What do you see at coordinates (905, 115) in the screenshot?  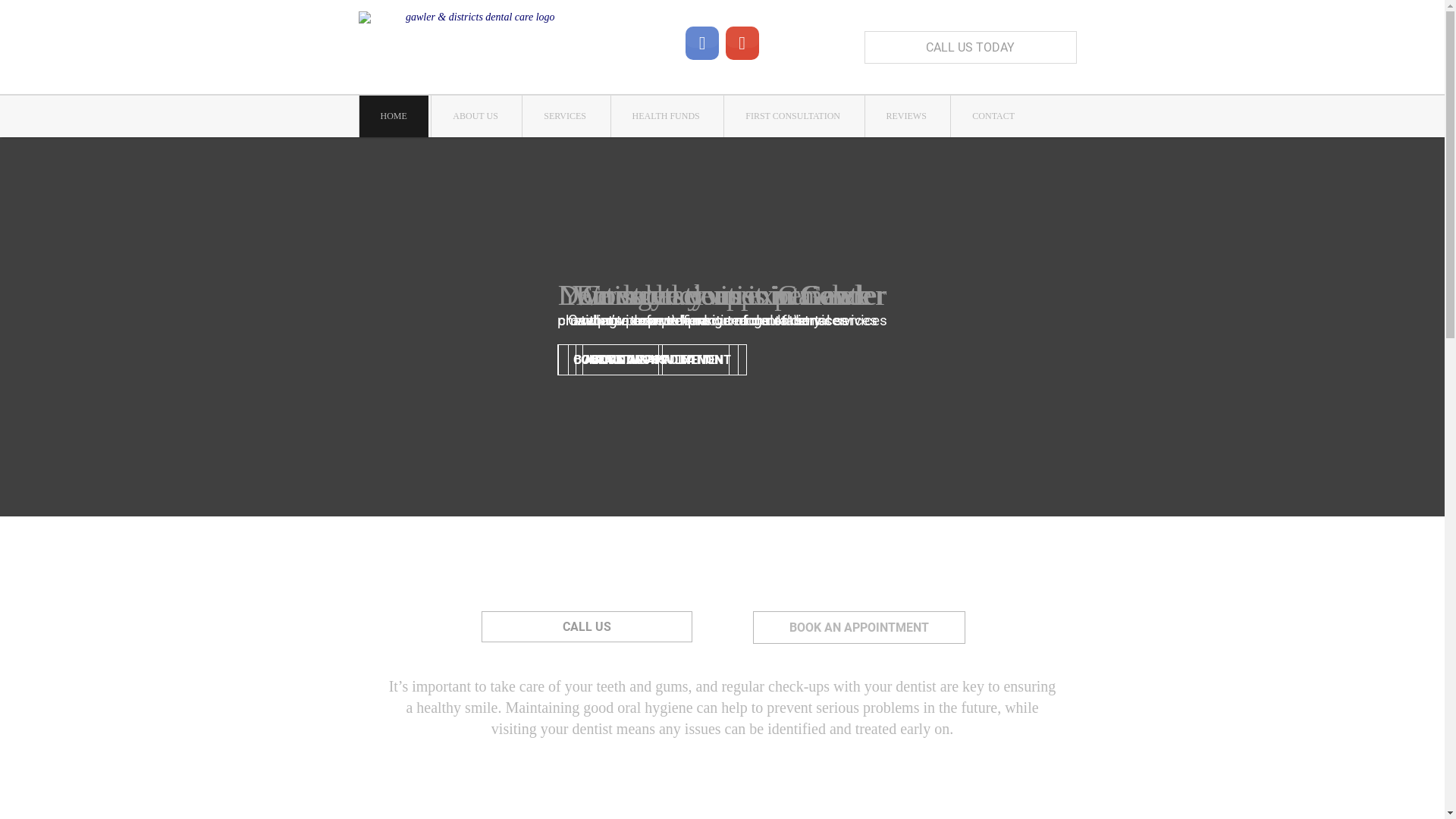 I see `'REVIEWS'` at bounding box center [905, 115].